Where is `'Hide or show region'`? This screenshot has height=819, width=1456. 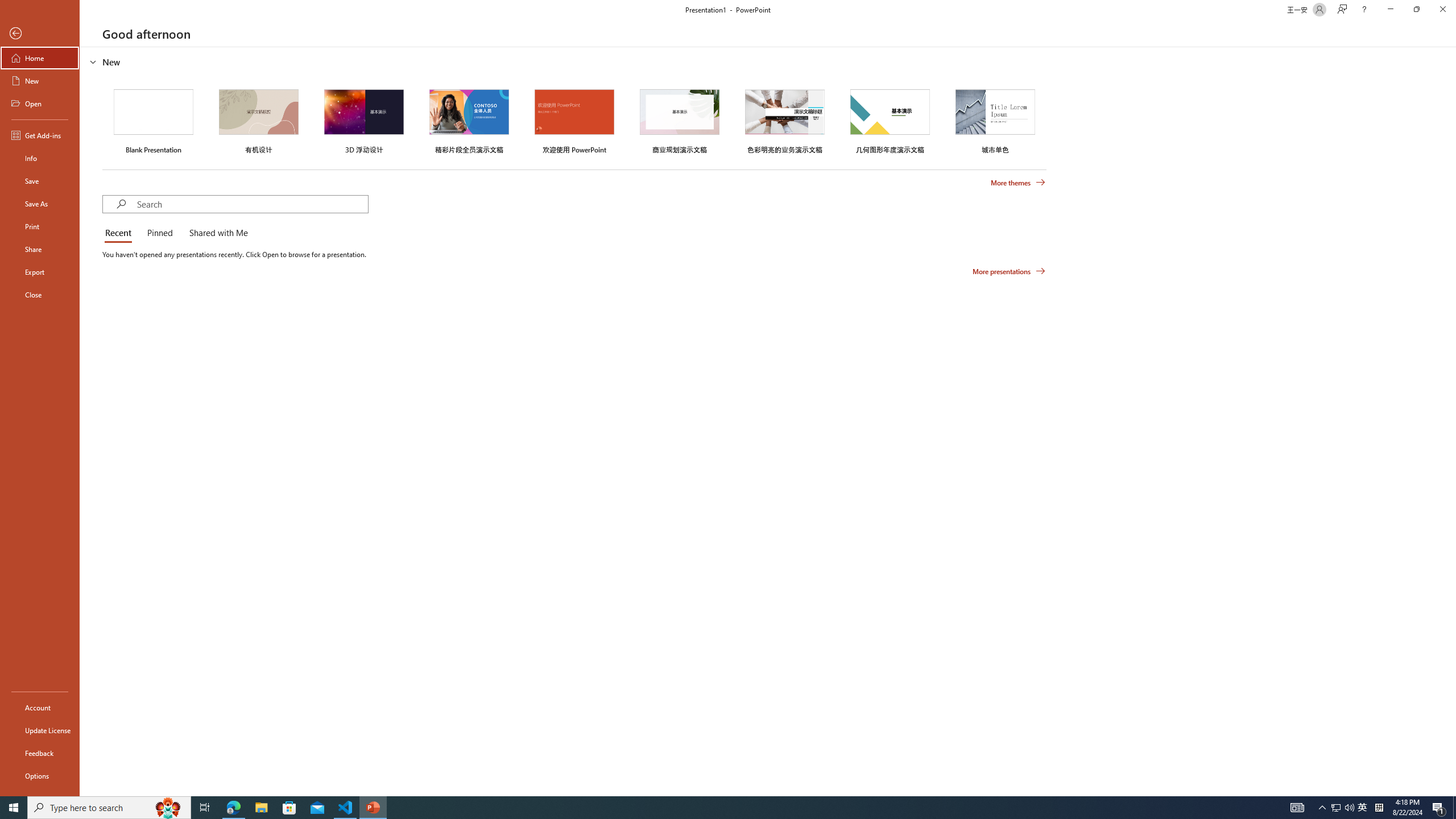
'Hide or show region' is located at coordinates (93, 61).